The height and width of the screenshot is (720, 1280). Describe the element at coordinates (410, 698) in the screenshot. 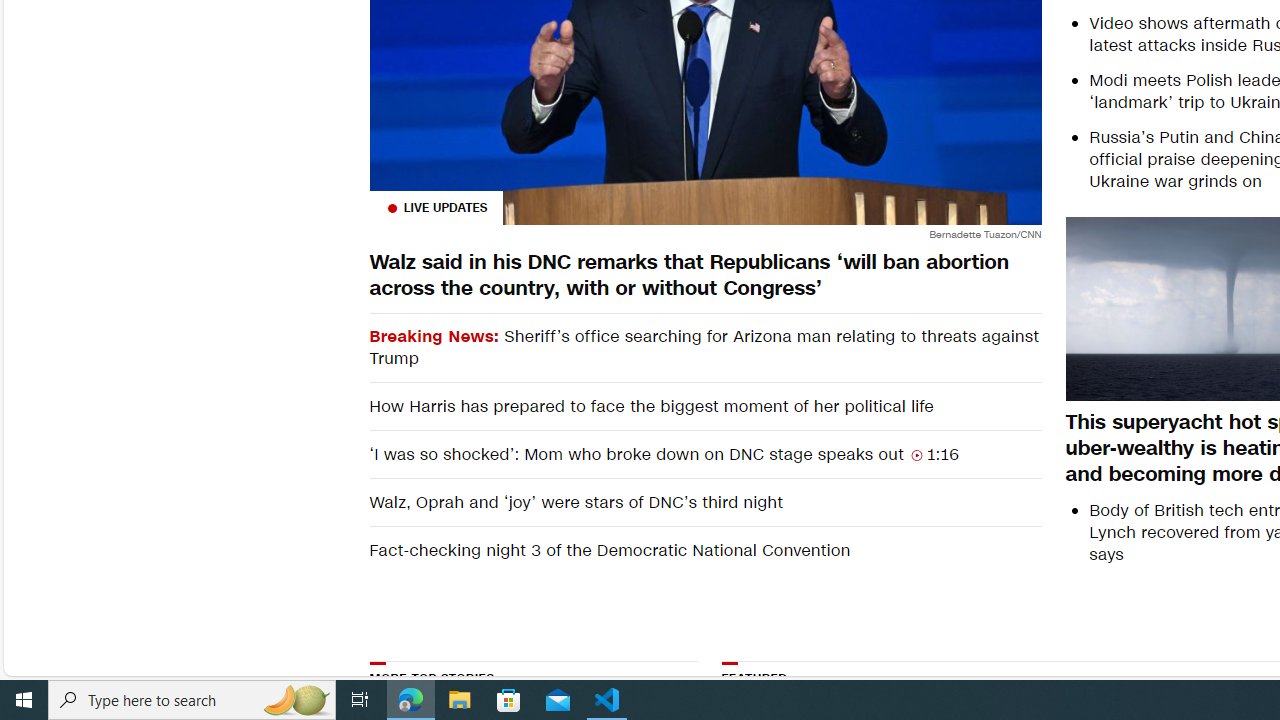

I see `'Microsoft Edge - 1 running window'` at that location.